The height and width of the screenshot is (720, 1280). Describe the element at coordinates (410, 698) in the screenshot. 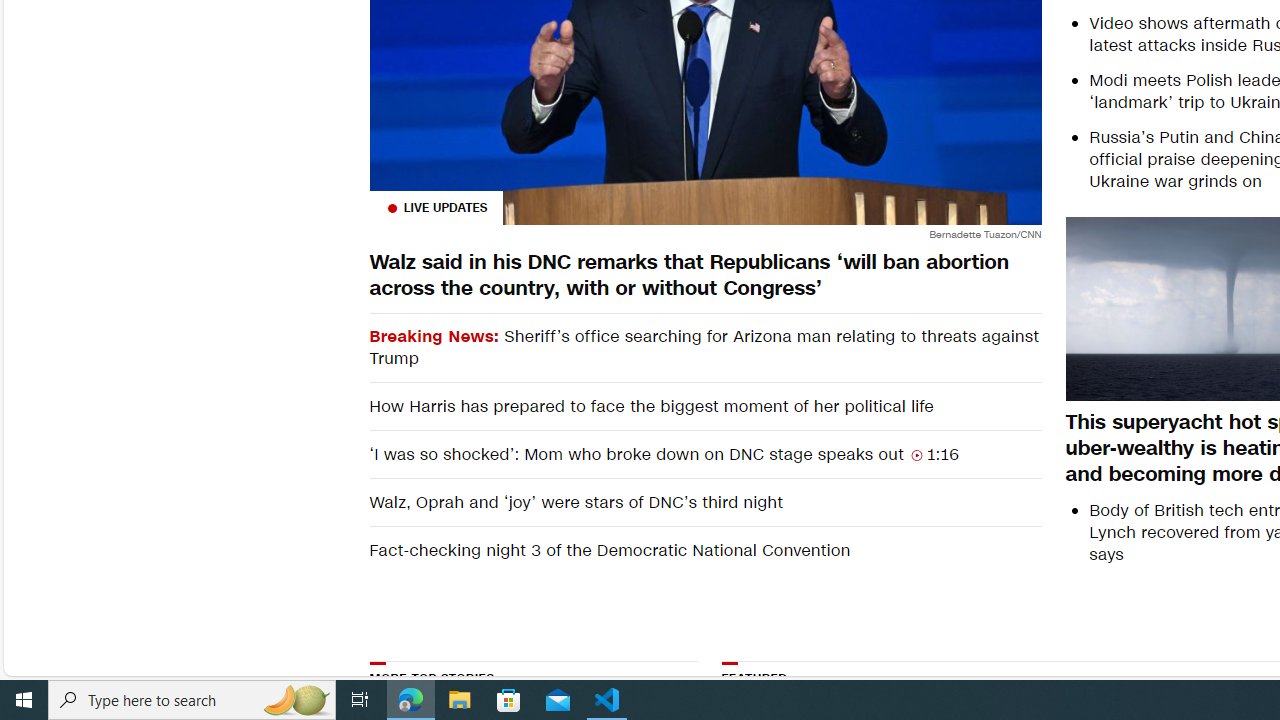

I see `'Microsoft Edge - 1 running window'` at that location.